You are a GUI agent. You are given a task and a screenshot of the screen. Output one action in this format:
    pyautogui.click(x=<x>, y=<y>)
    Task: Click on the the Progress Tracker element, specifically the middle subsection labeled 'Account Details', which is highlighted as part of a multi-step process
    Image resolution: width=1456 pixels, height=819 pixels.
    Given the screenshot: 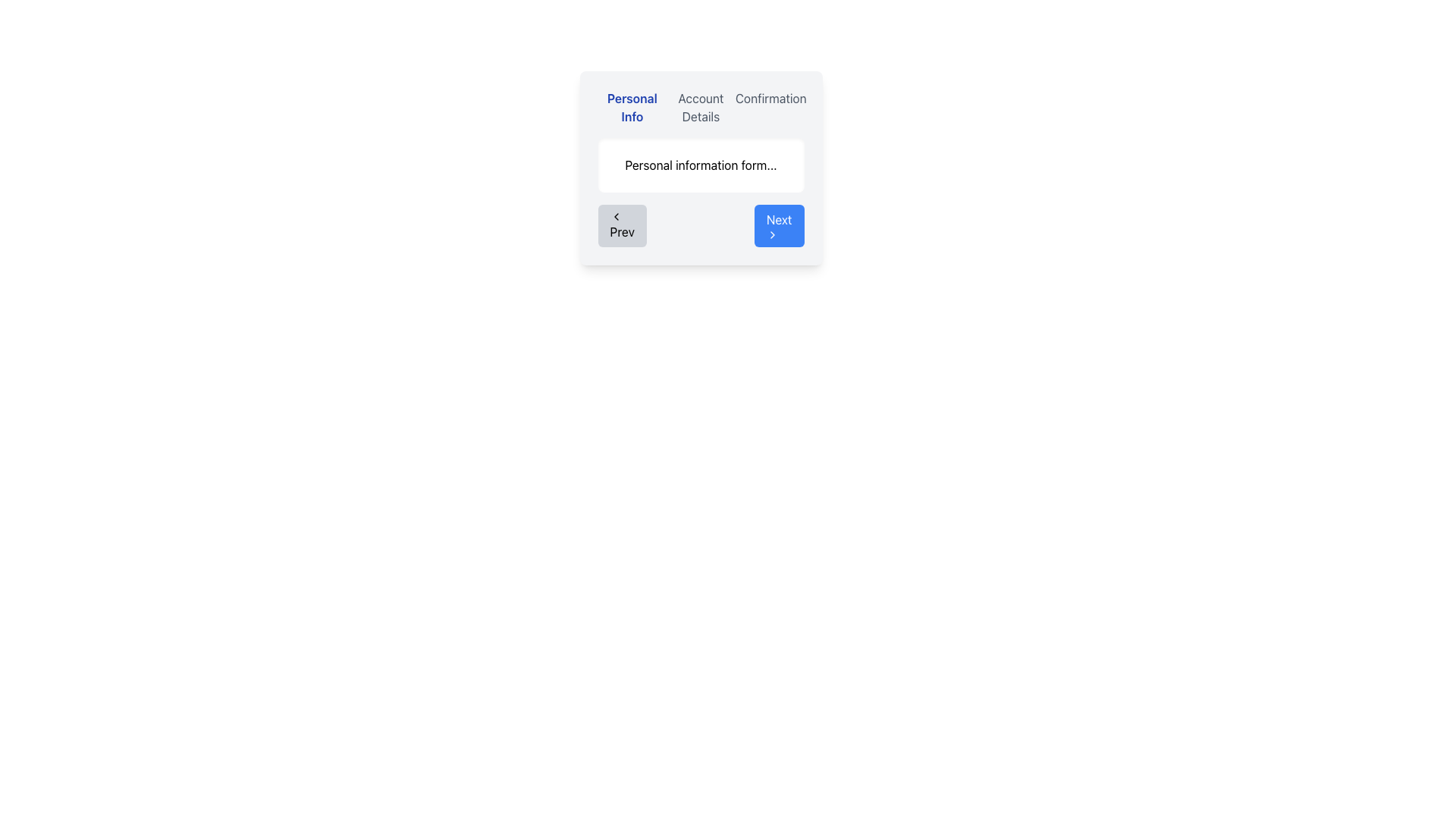 What is the action you would take?
    pyautogui.click(x=700, y=107)
    